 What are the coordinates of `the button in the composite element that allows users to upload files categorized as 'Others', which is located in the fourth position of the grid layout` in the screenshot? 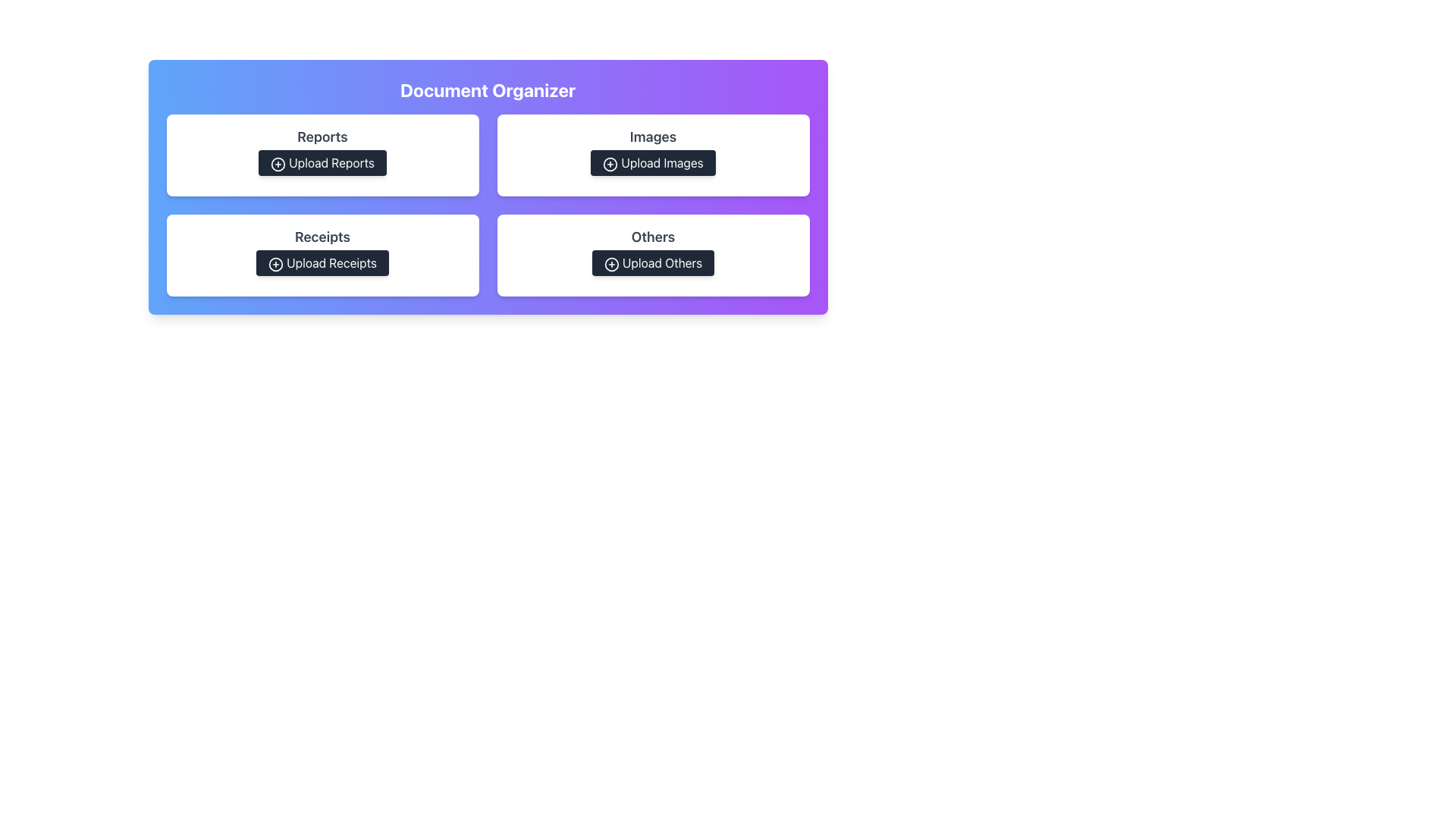 It's located at (653, 254).